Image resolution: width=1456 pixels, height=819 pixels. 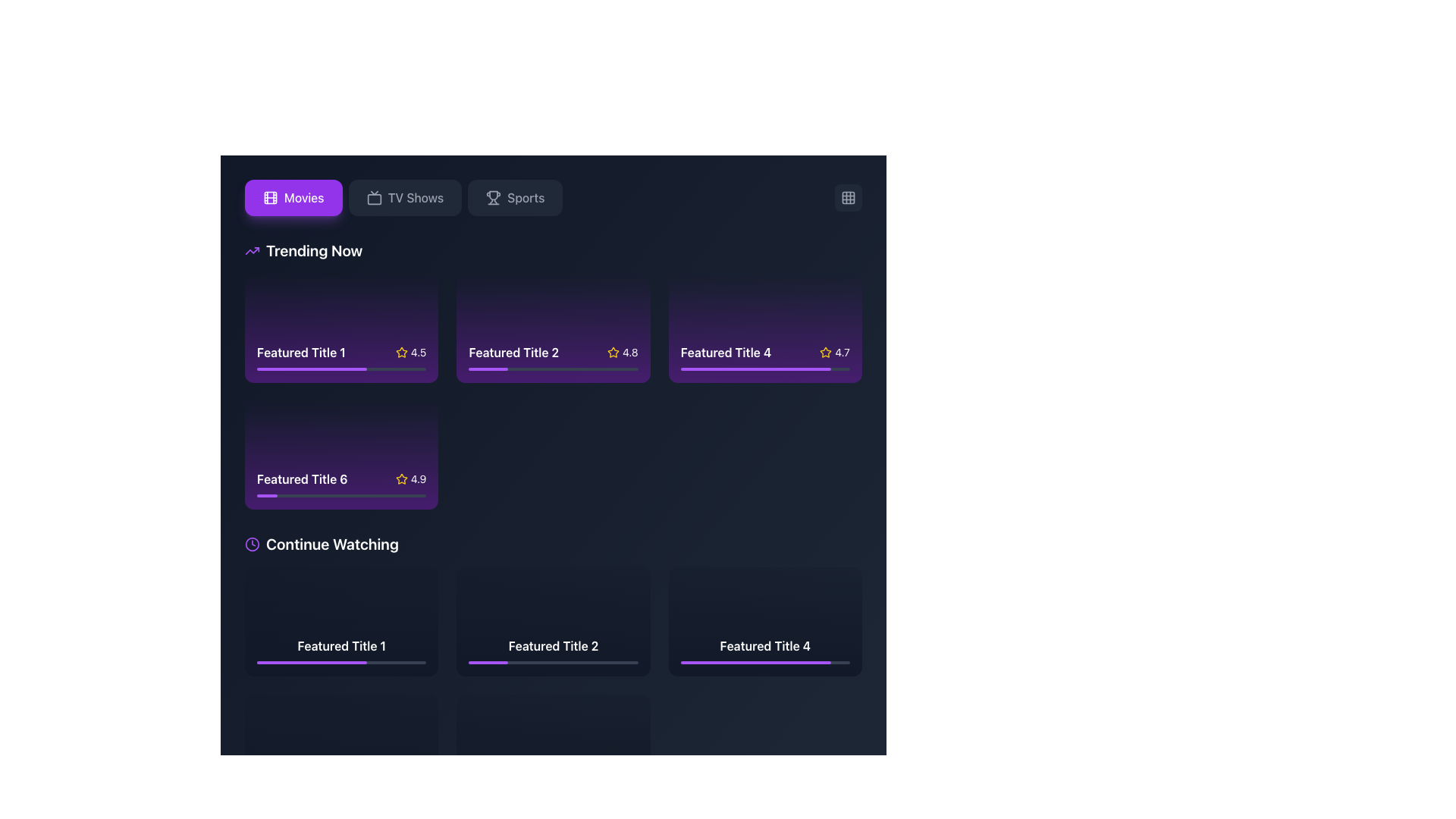 What do you see at coordinates (267, 496) in the screenshot?
I see `the Progress Indicator associated with 'Featured Title 6', which visually represents the completion of a task and is located within a gray bar below the title and adjacent to its user rating` at bounding box center [267, 496].